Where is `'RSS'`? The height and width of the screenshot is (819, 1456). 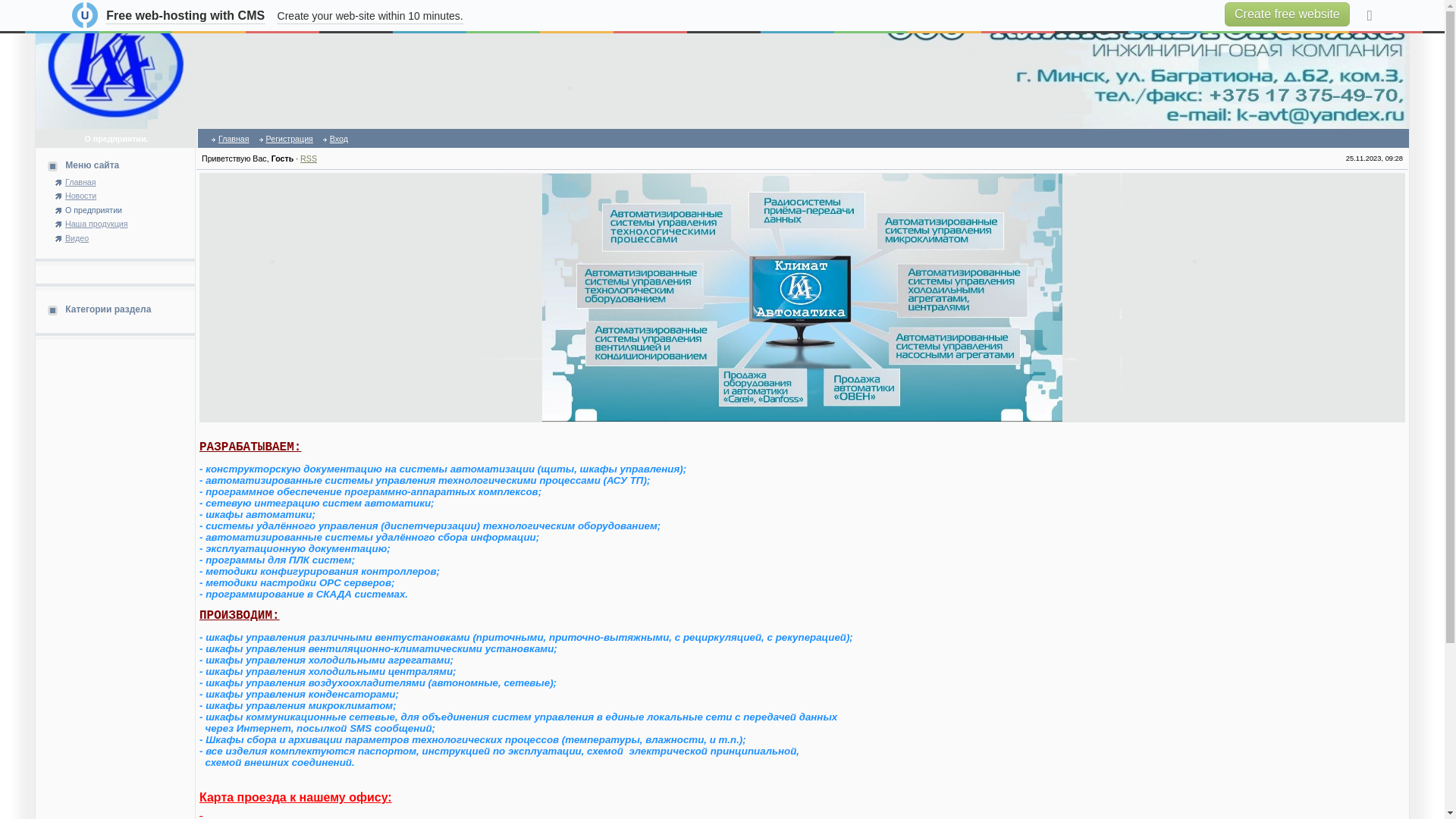 'RSS' is located at coordinates (308, 158).